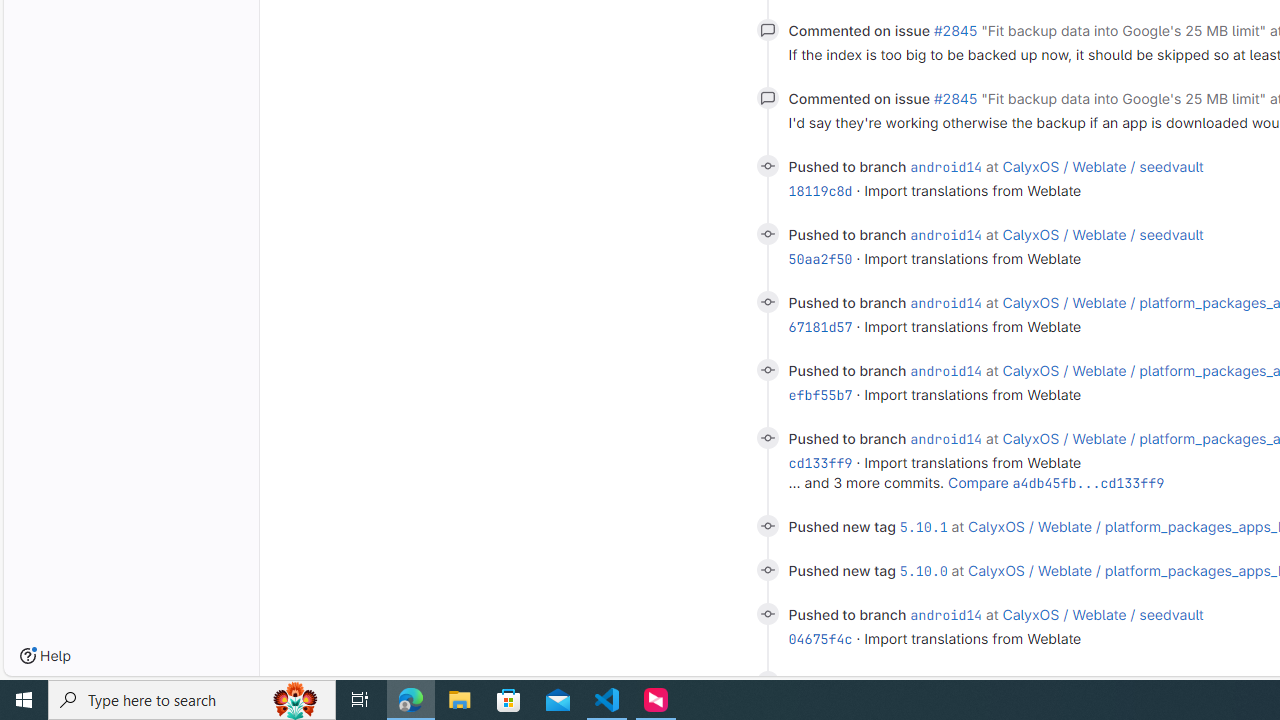 This screenshot has width=1280, height=720. What do you see at coordinates (922, 525) in the screenshot?
I see `'5.10.1'` at bounding box center [922, 525].